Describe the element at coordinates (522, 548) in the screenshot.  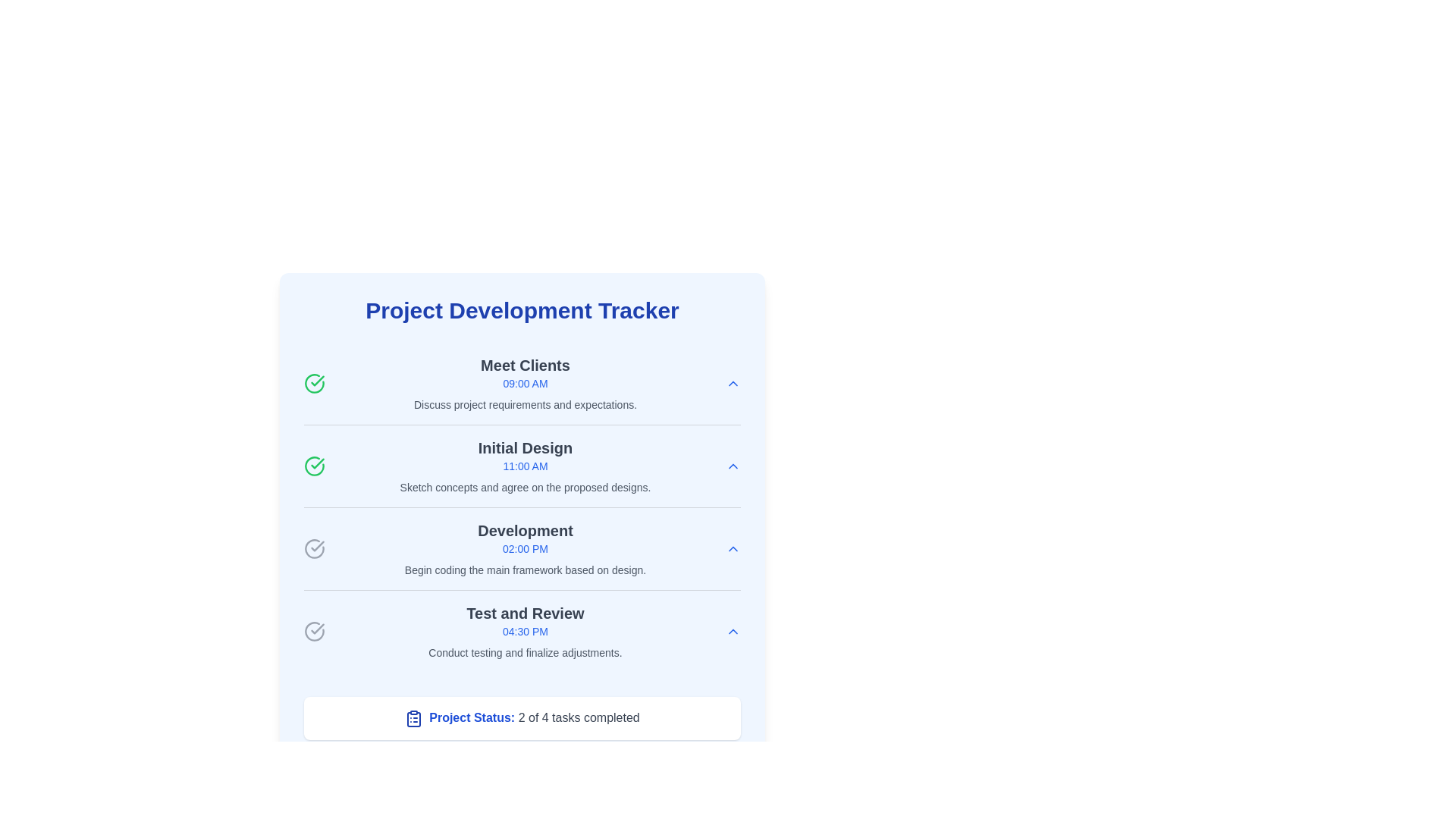
I see `the third task item in the project tracker interface, which displays task details and status through an icon` at that location.